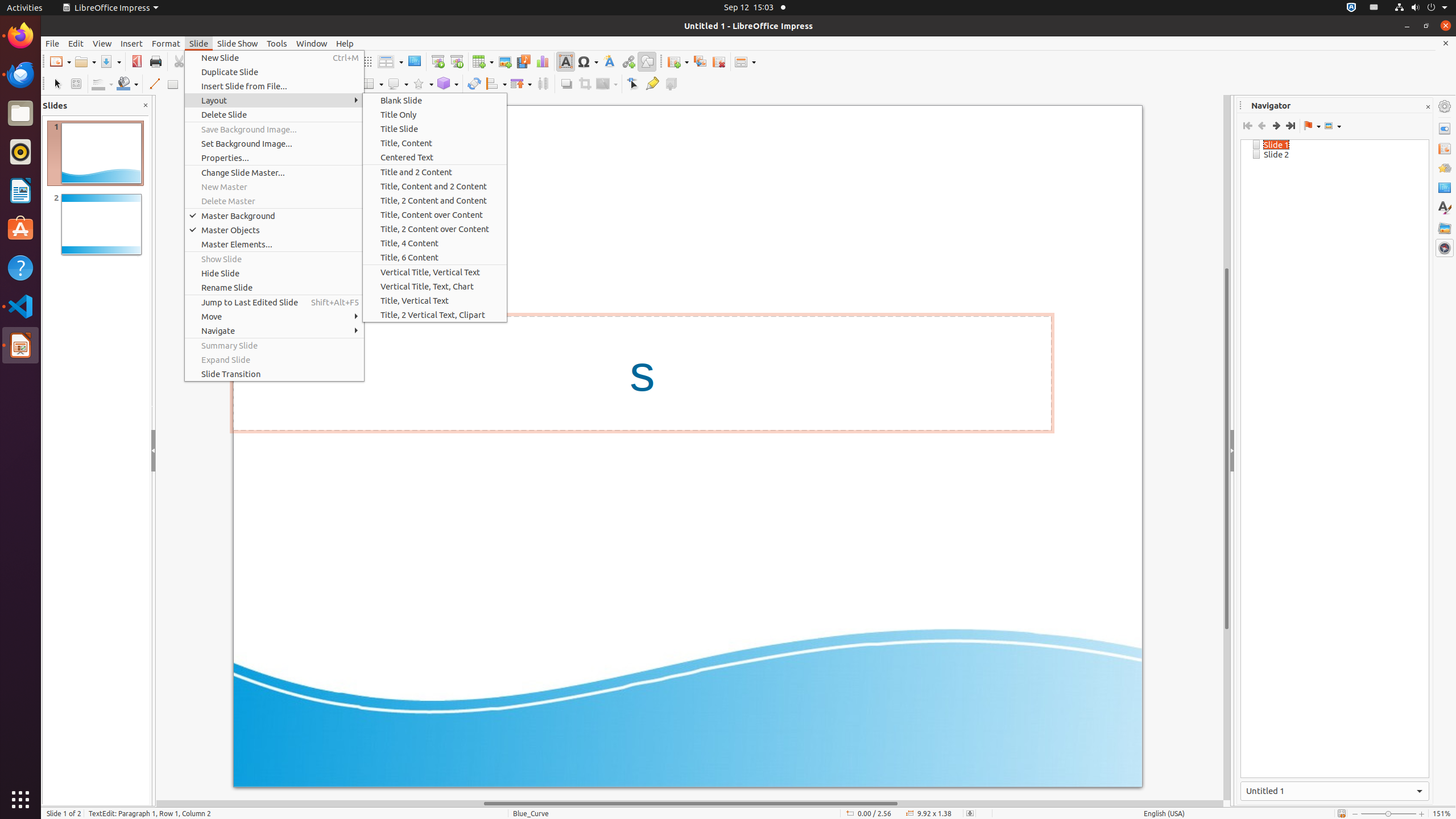  Describe the element at coordinates (434, 300) in the screenshot. I see `'Title, Vertical Text'` at that location.